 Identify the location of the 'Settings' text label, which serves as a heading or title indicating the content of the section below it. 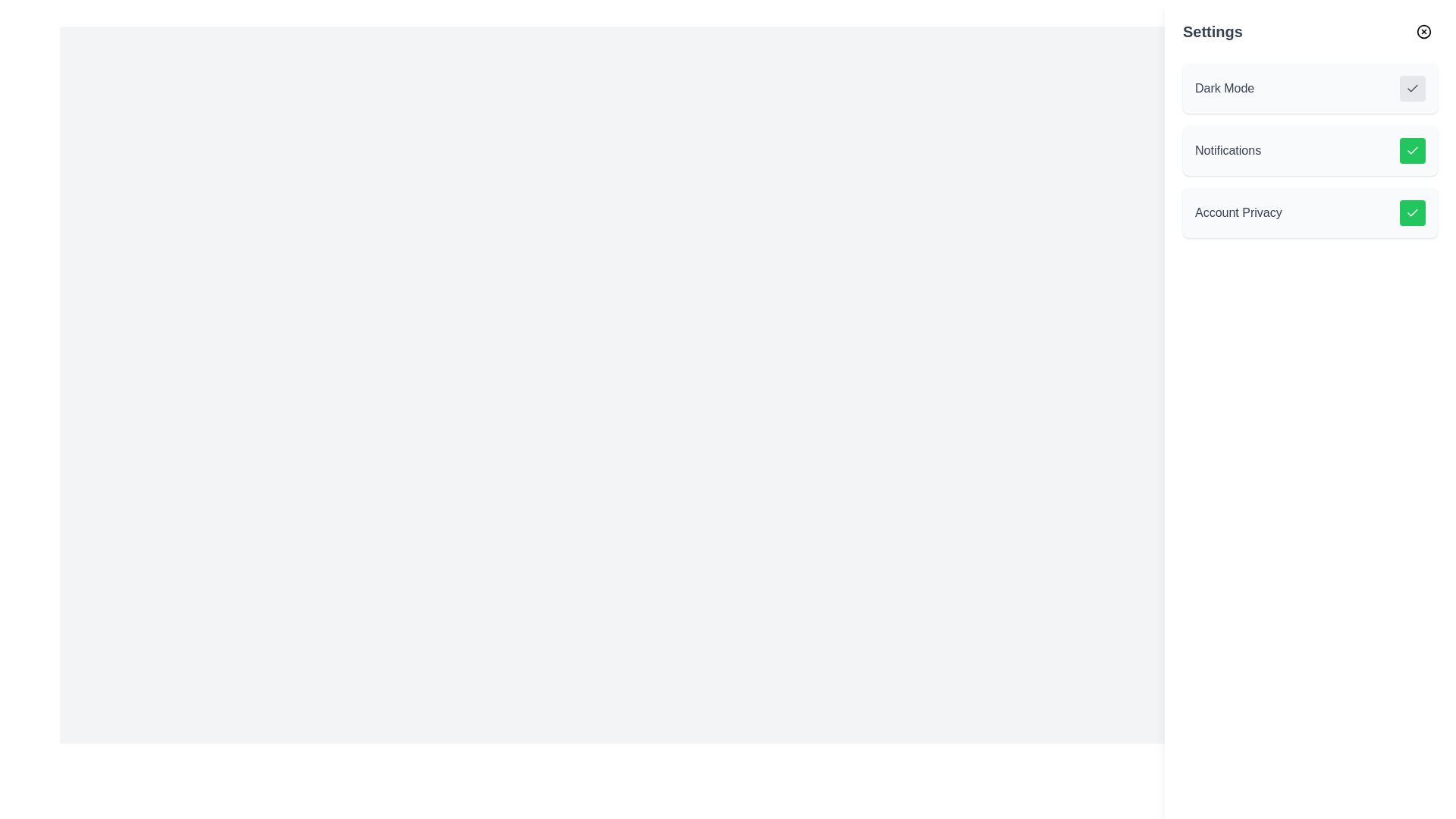
(1212, 32).